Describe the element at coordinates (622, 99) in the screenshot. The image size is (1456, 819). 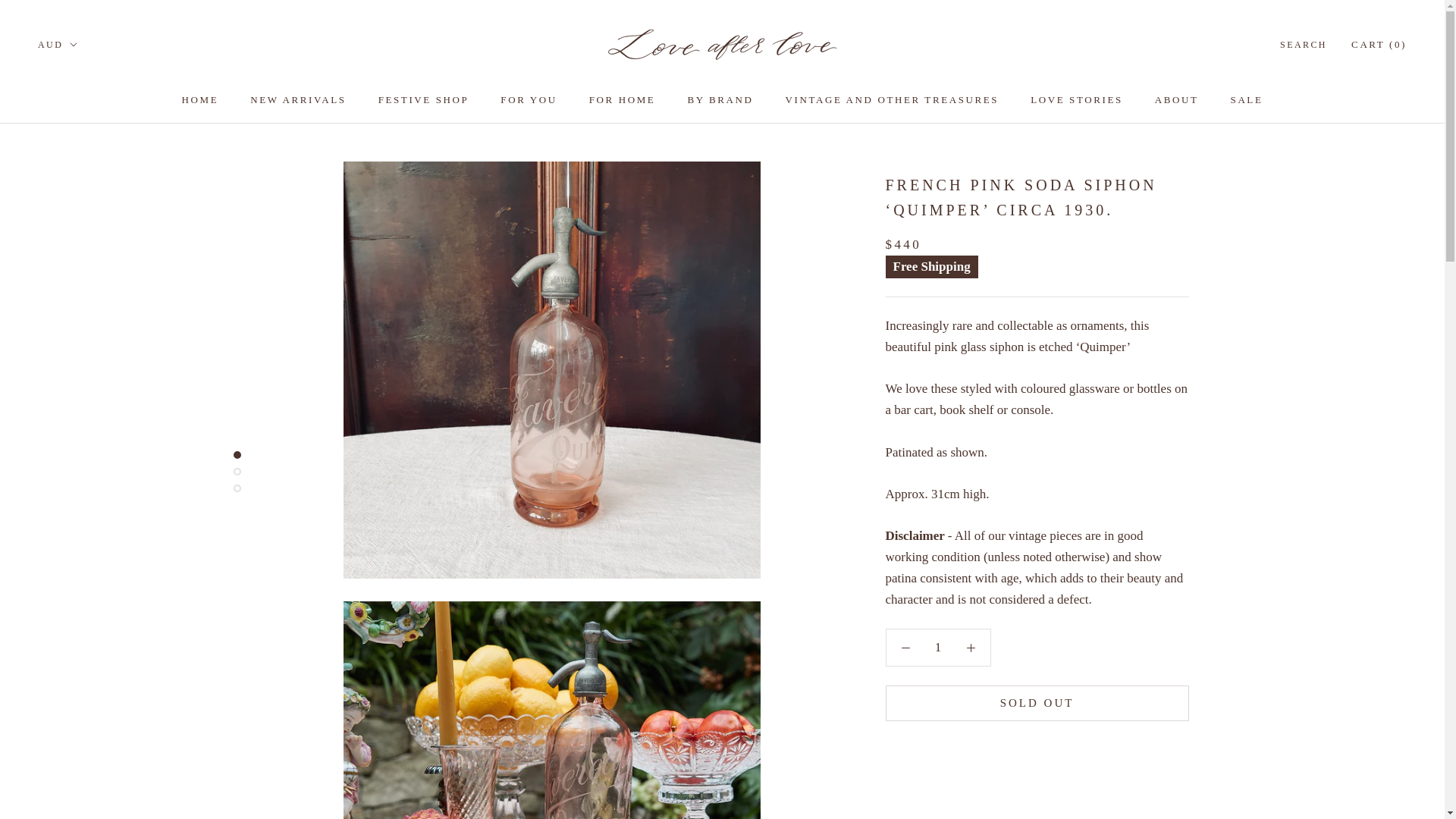
I see `'FOR HOME'` at that location.